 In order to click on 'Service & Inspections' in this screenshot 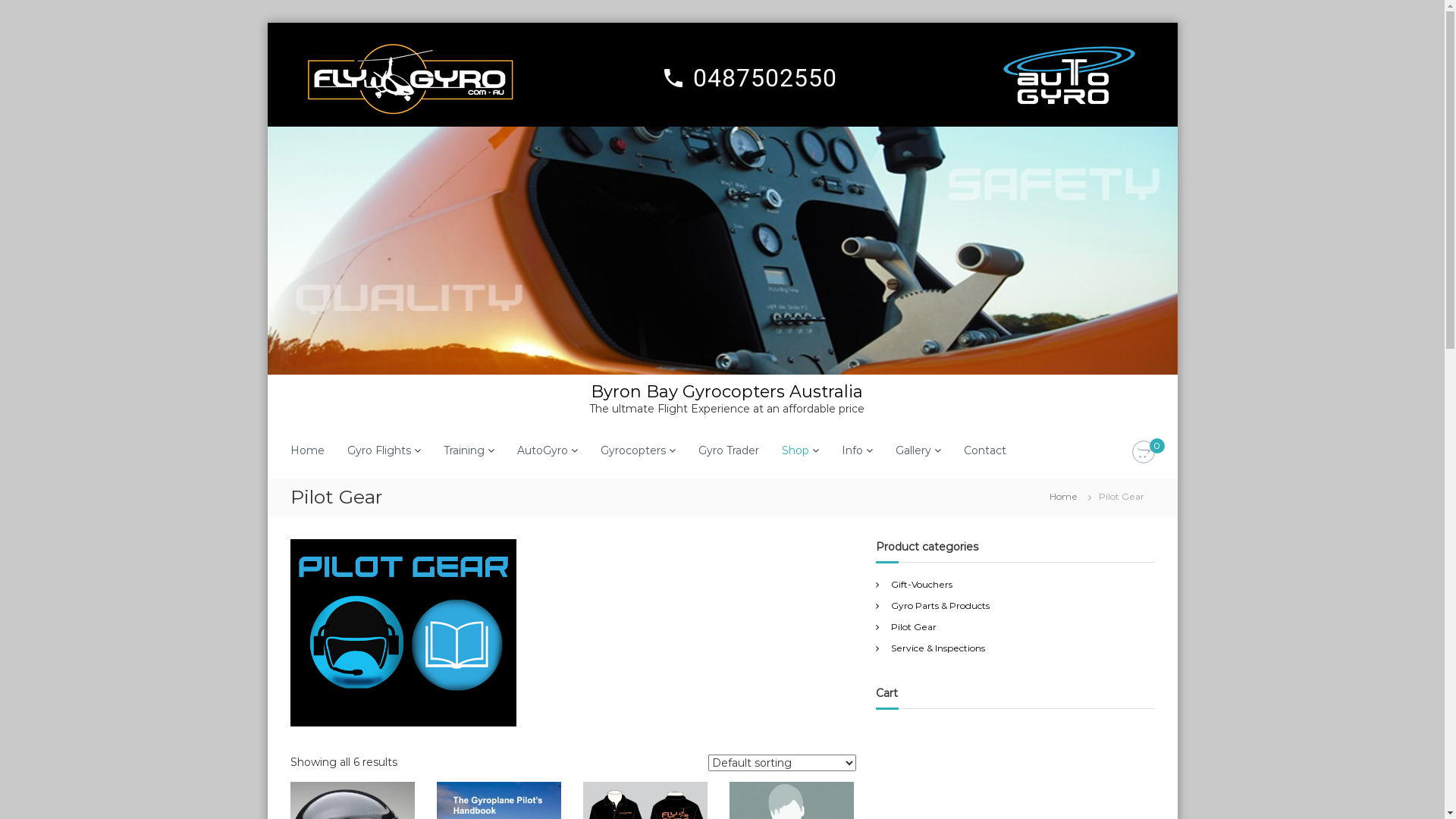, I will do `click(937, 647)`.